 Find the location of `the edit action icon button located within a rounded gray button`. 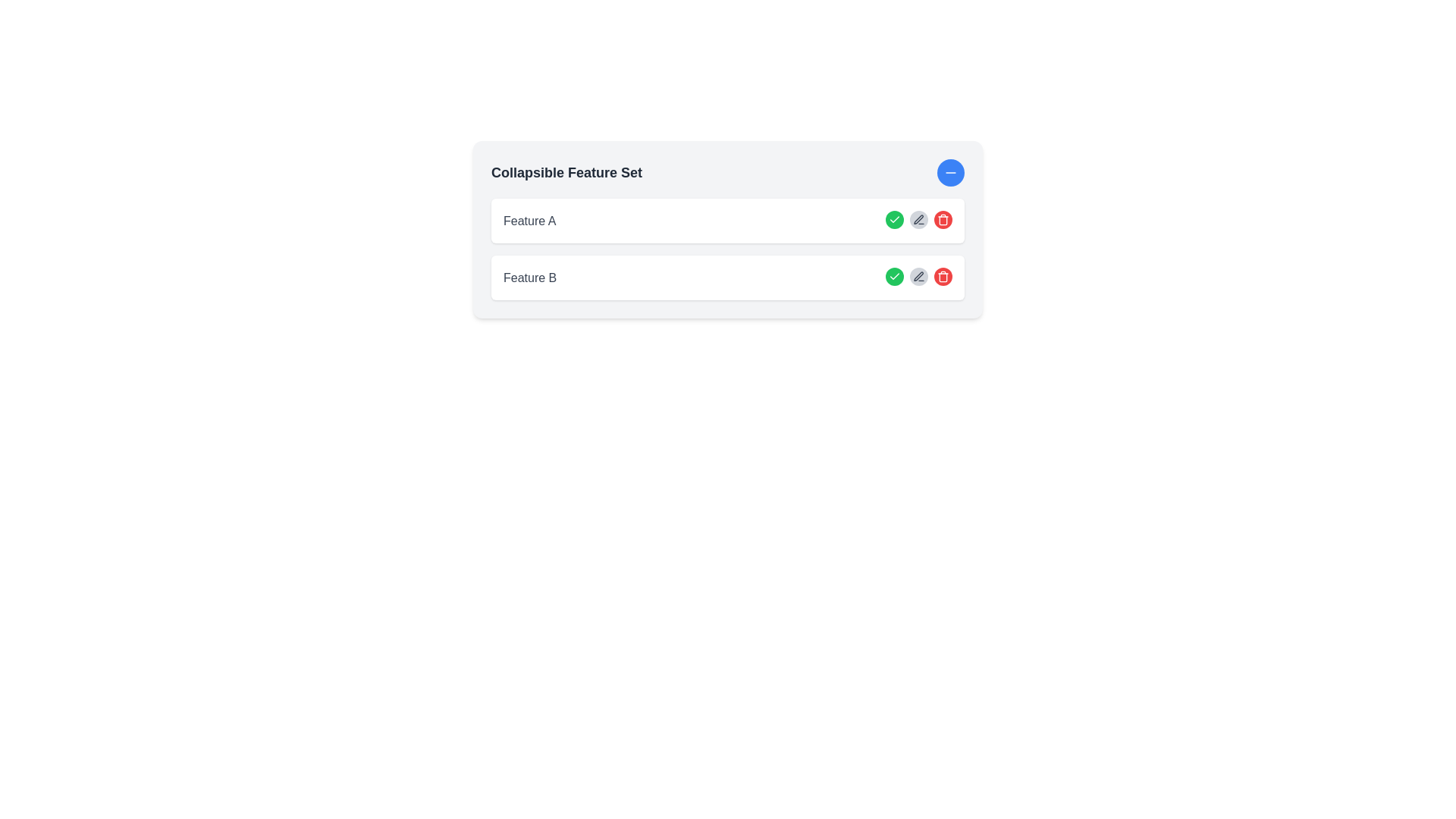

the edit action icon button located within a rounded gray button is located at coordinates (918, 277).